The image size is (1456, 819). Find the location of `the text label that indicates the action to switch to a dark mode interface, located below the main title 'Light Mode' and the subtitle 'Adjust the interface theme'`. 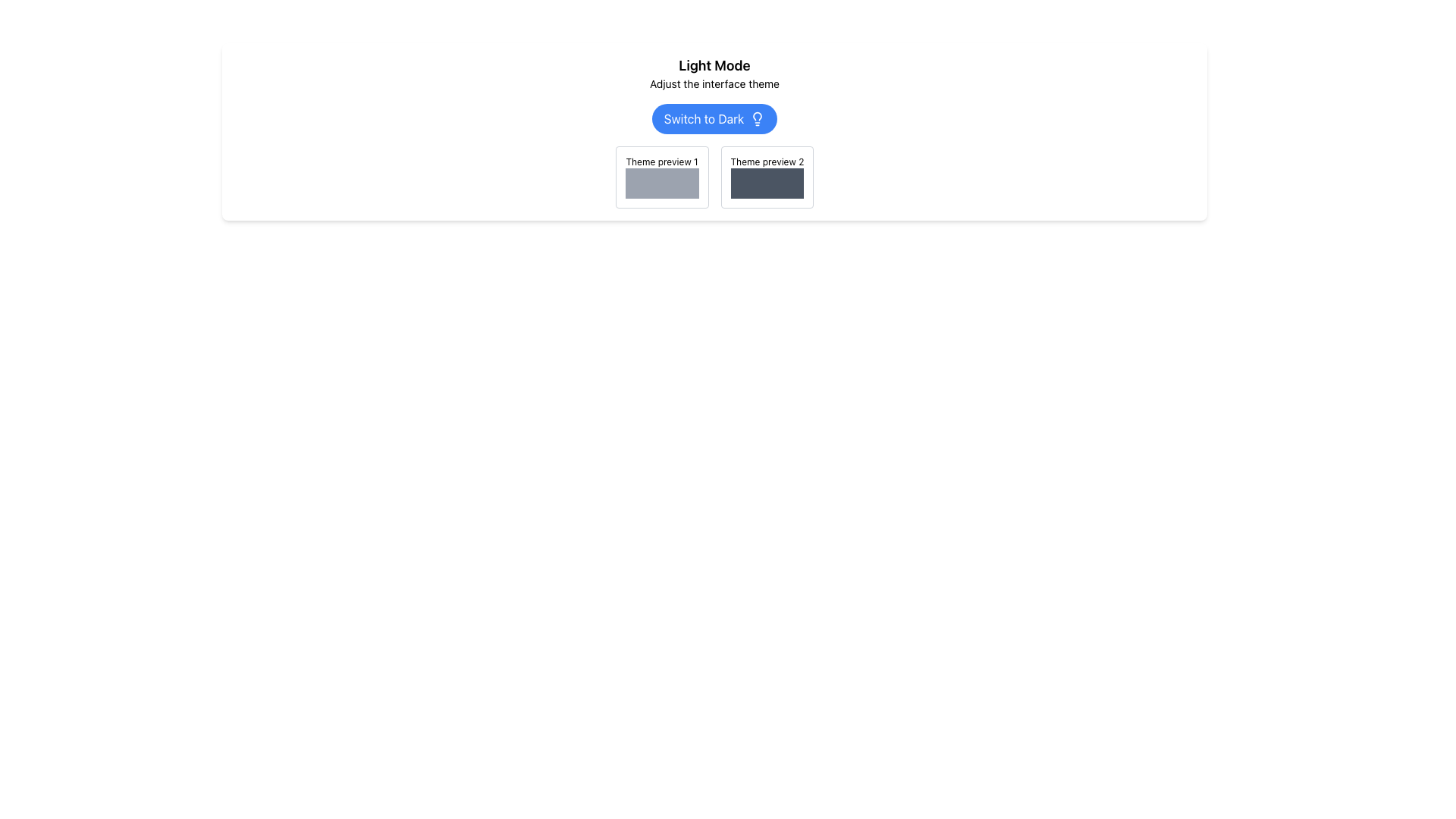

the text label that indicates the action to switch to a dark mode interface, located below the main title 'Light Mode' and the subtitle 'Adjust the interface theme' is located at coordinates (703, 118).